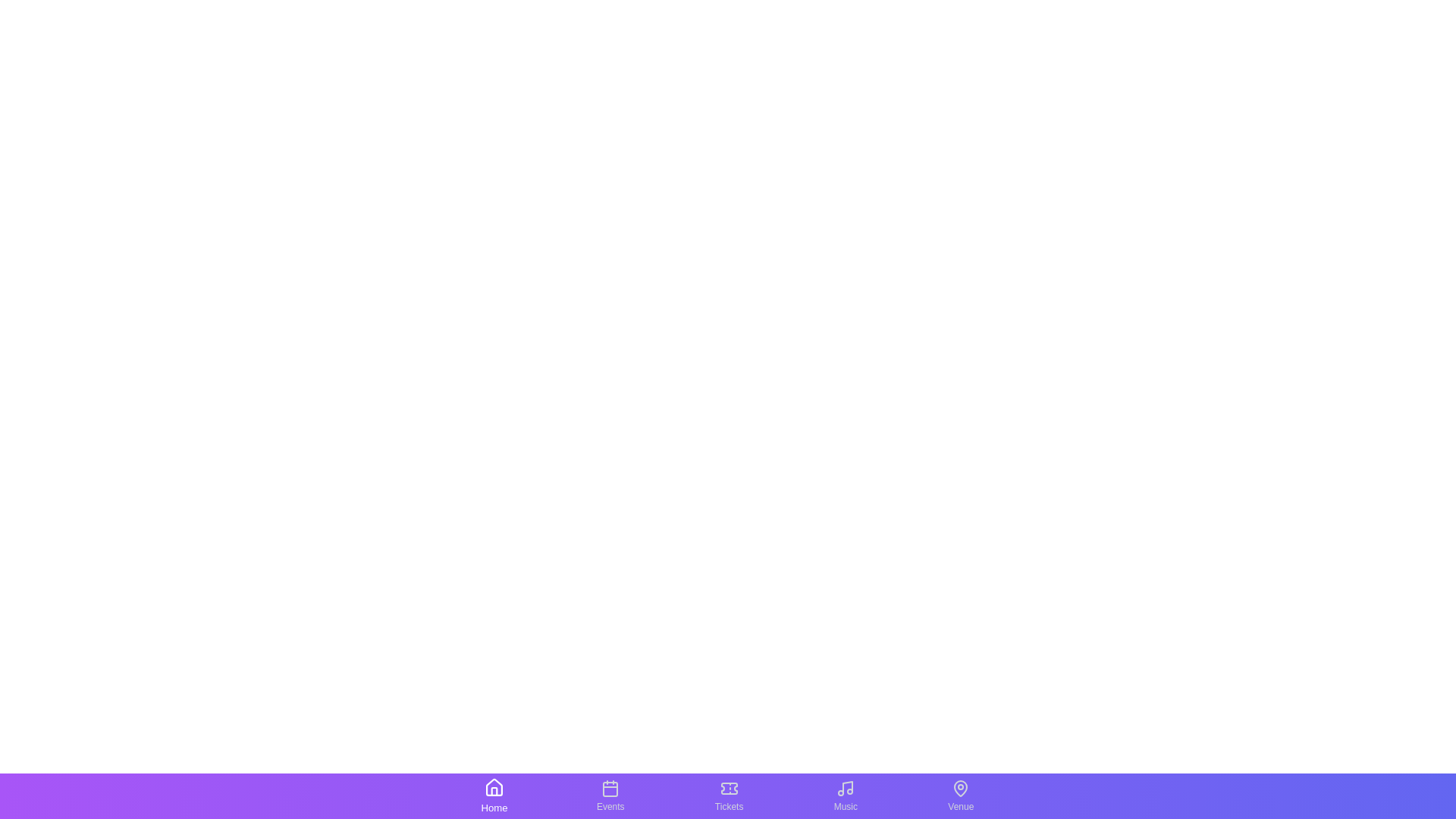 This screenshot has width=1456, height=819. What do you see at coordinates (960, 795) in the screenshot?
I see `the tab labeled Venue to observe the visual changes` at bounding box center [960, 795].